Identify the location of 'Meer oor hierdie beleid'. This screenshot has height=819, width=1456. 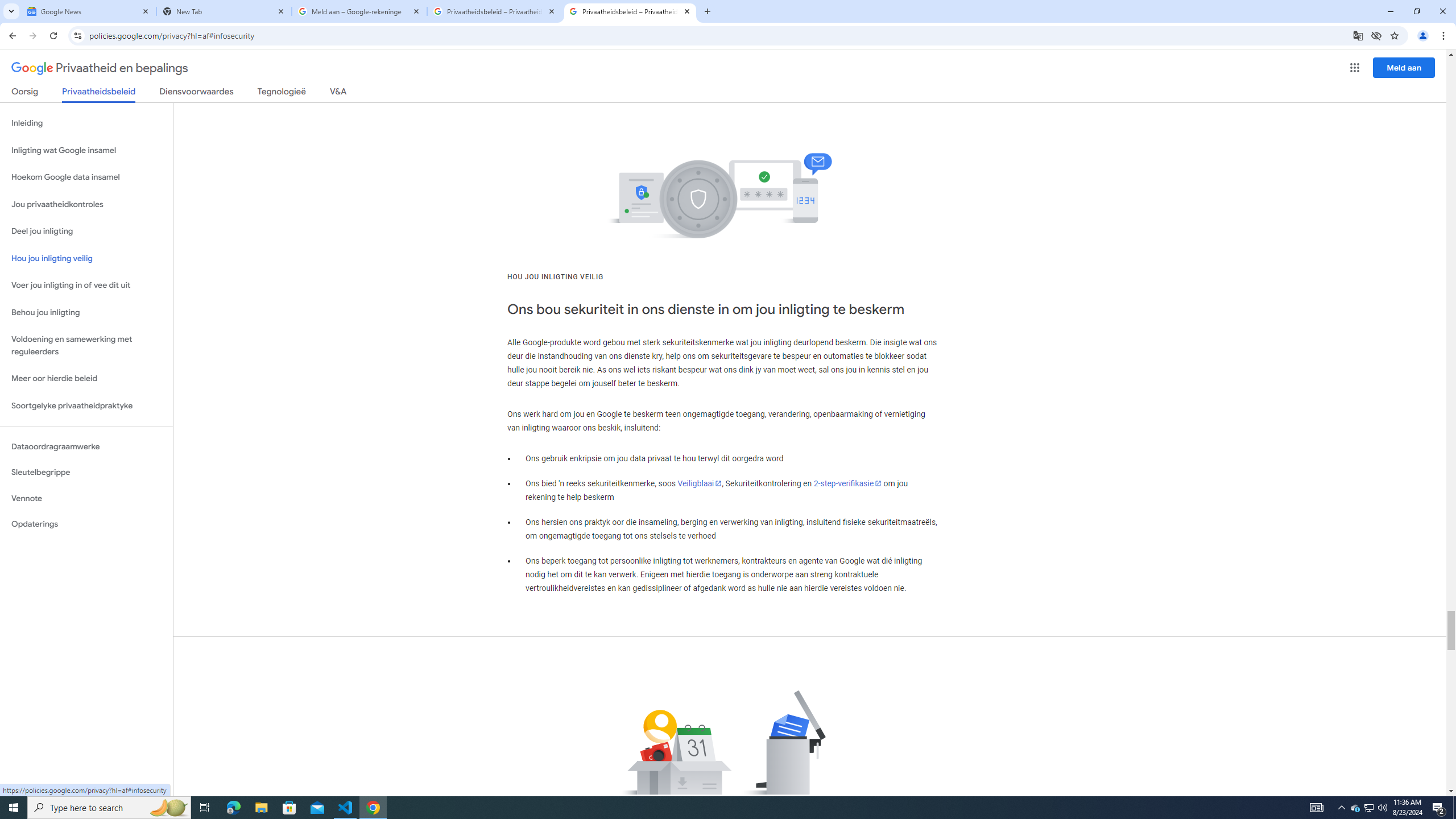
(86, 379).